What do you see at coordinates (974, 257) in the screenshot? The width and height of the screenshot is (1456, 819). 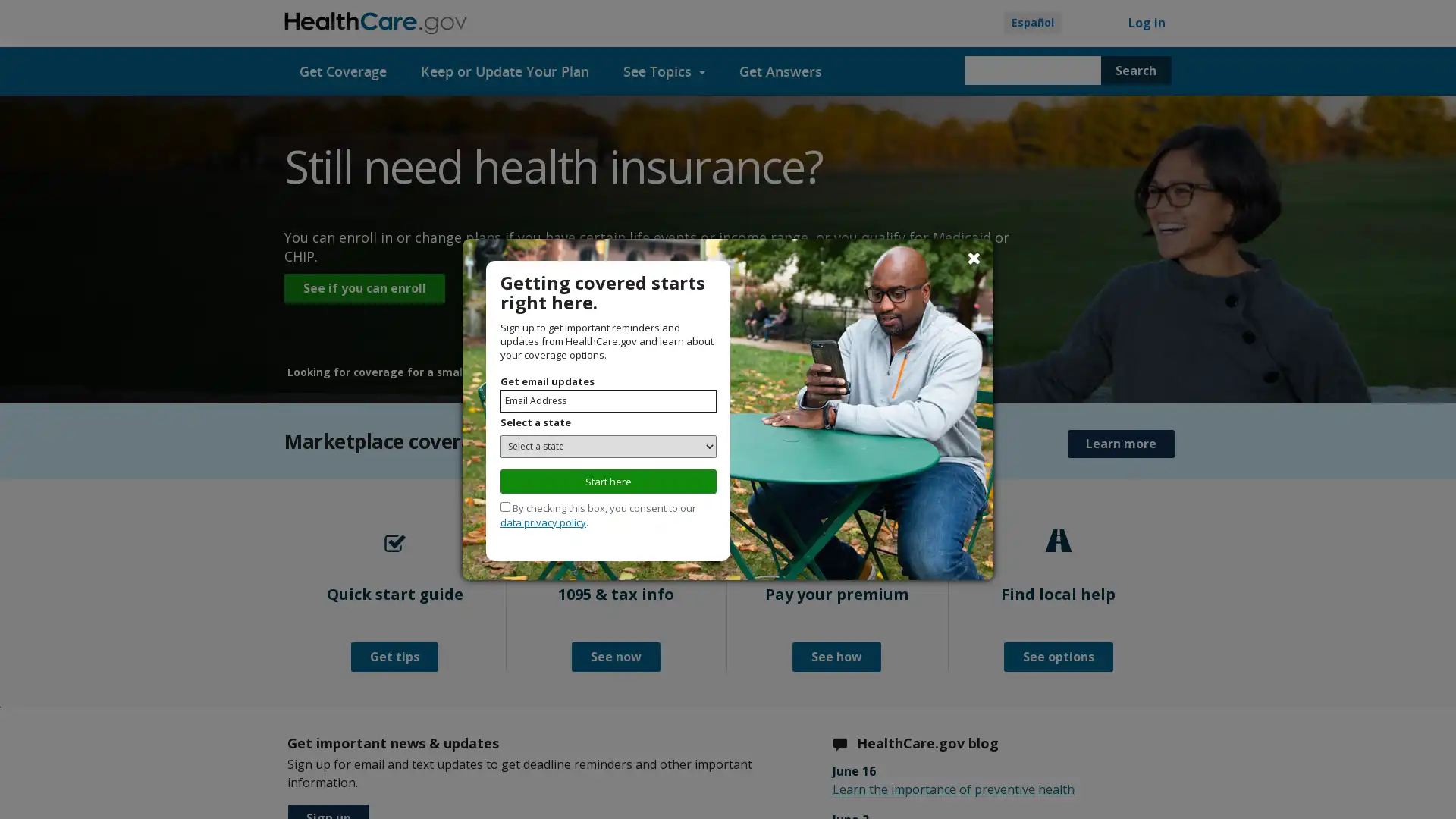 I see `Close subscription dialog` at bounding box center [974, 257].